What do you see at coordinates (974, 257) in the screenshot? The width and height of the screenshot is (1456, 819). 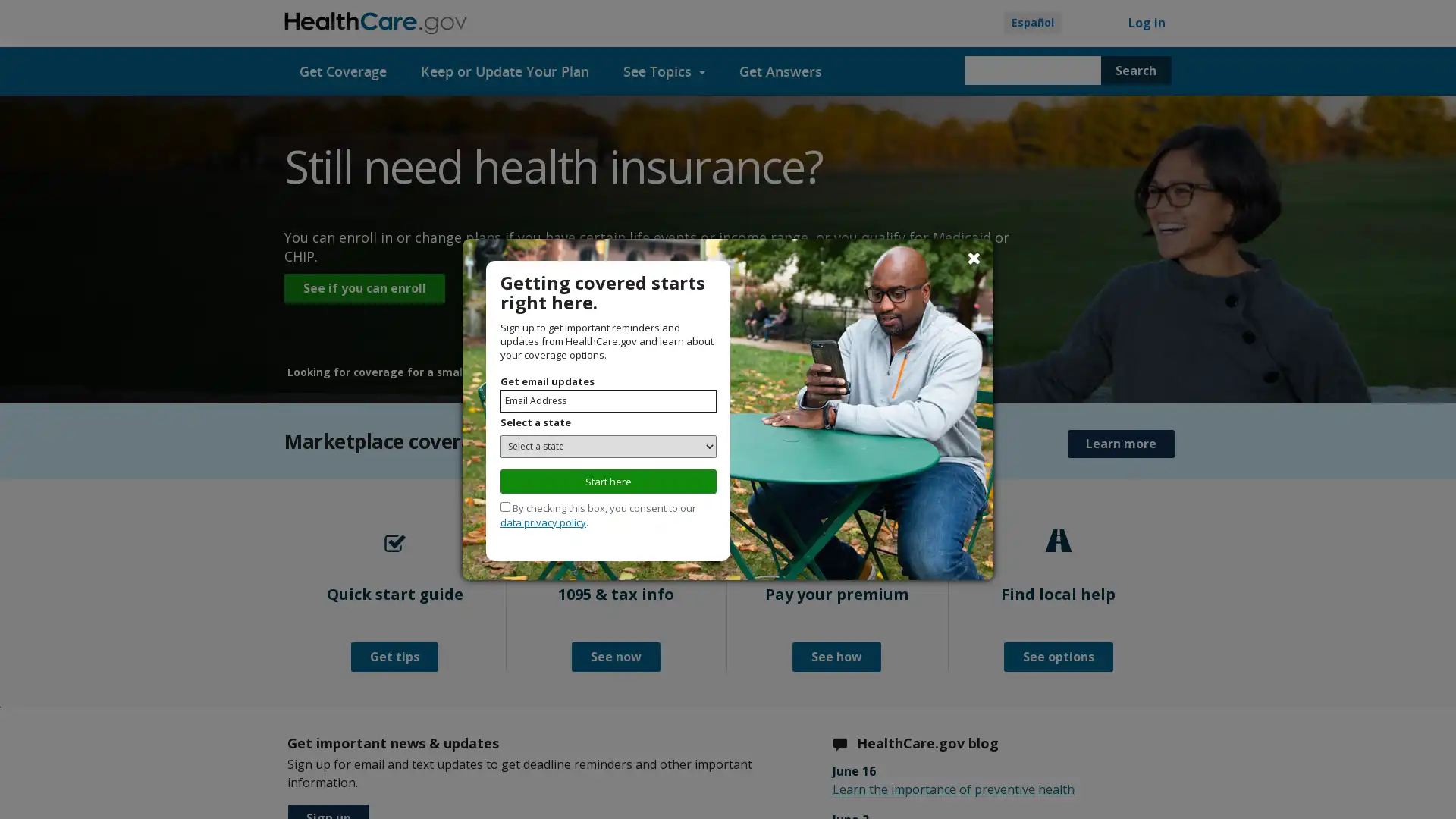 I see `Close subscription dialog` at bounding box center [974, 257].